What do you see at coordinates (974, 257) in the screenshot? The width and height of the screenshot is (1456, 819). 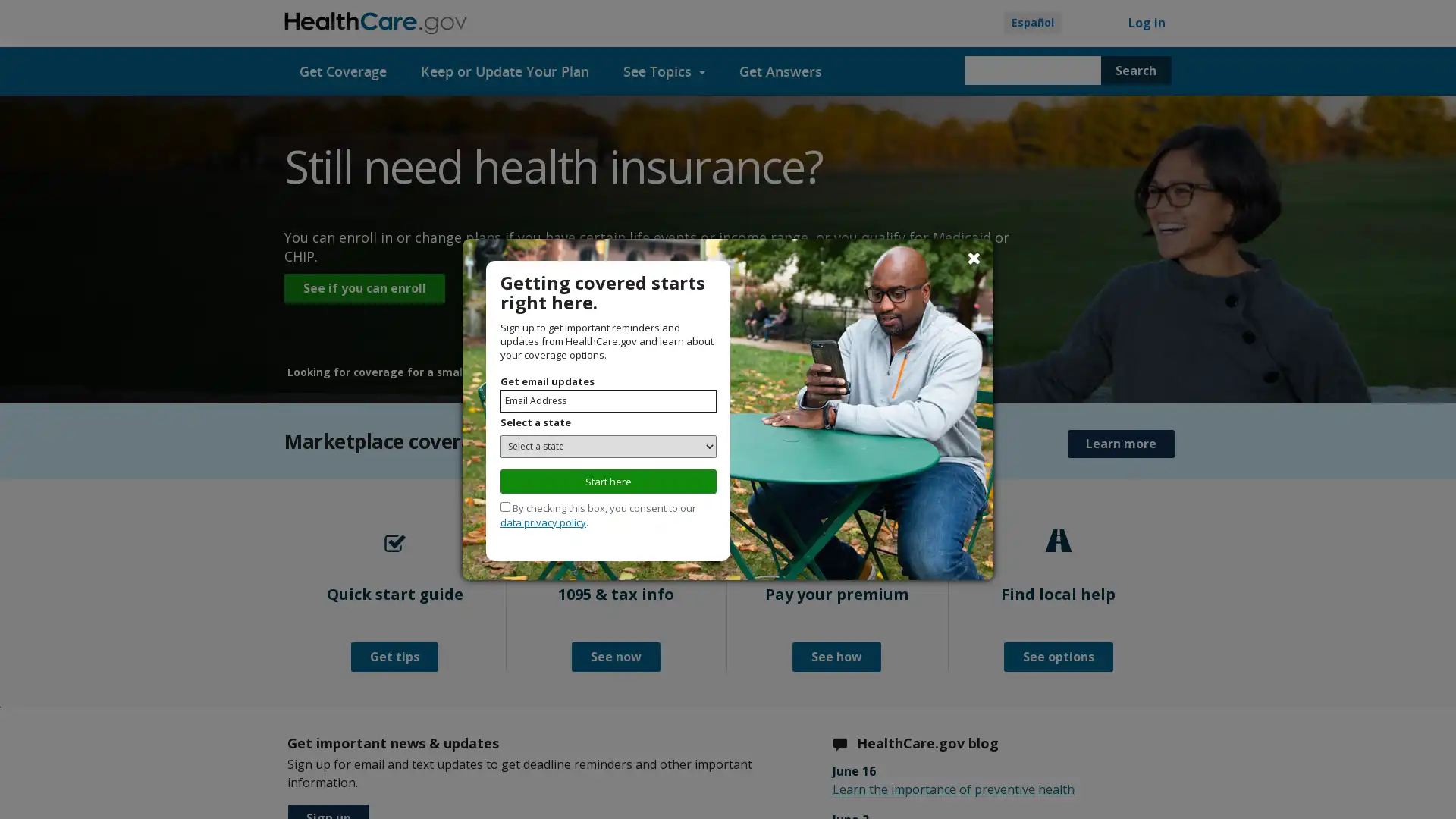 I see `Close subscription dialog` at bounding box center [974, 257].